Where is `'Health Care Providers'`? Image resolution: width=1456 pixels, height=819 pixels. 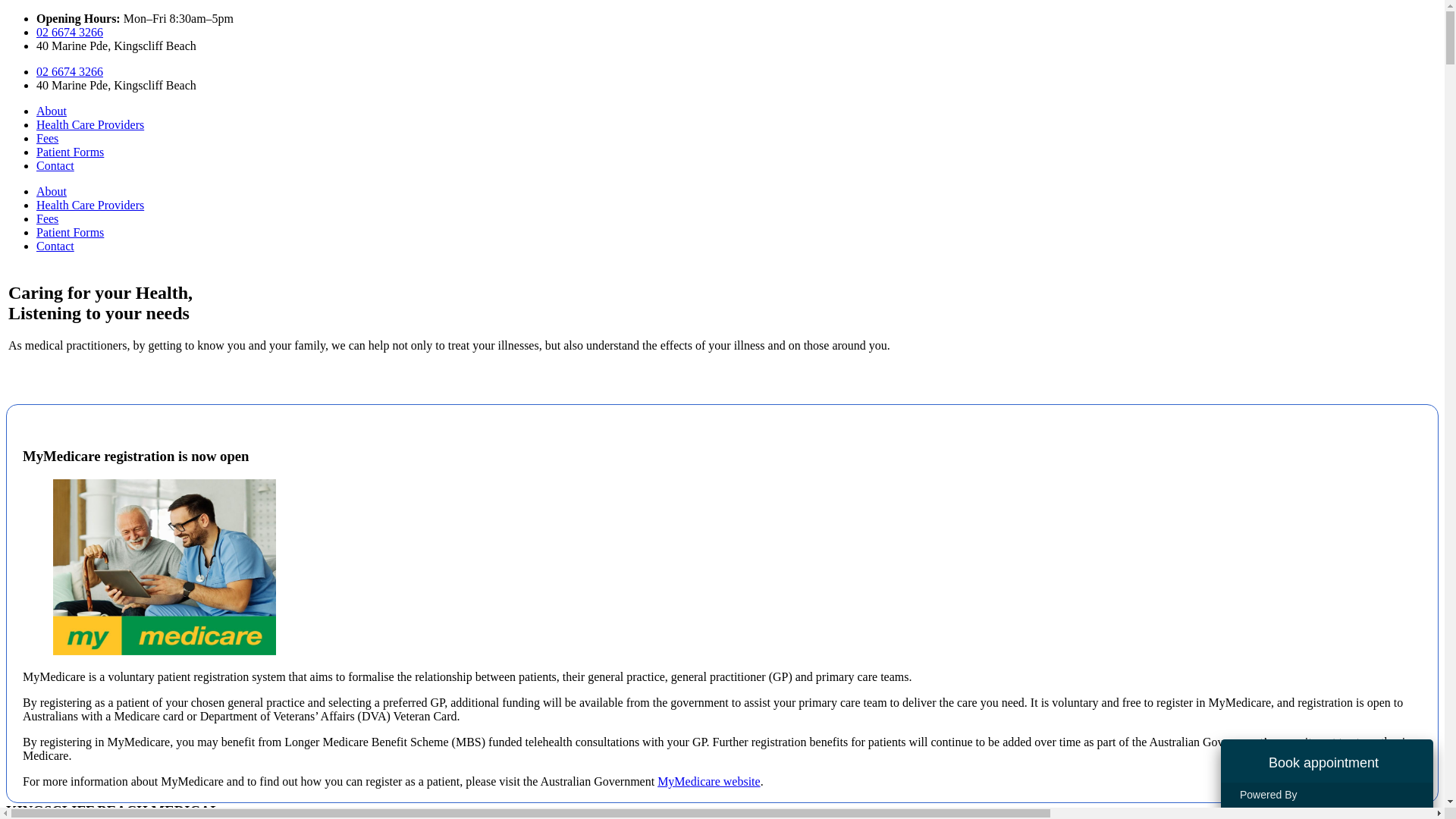
'Health Care Providers' is located at coordinates (36, 205).